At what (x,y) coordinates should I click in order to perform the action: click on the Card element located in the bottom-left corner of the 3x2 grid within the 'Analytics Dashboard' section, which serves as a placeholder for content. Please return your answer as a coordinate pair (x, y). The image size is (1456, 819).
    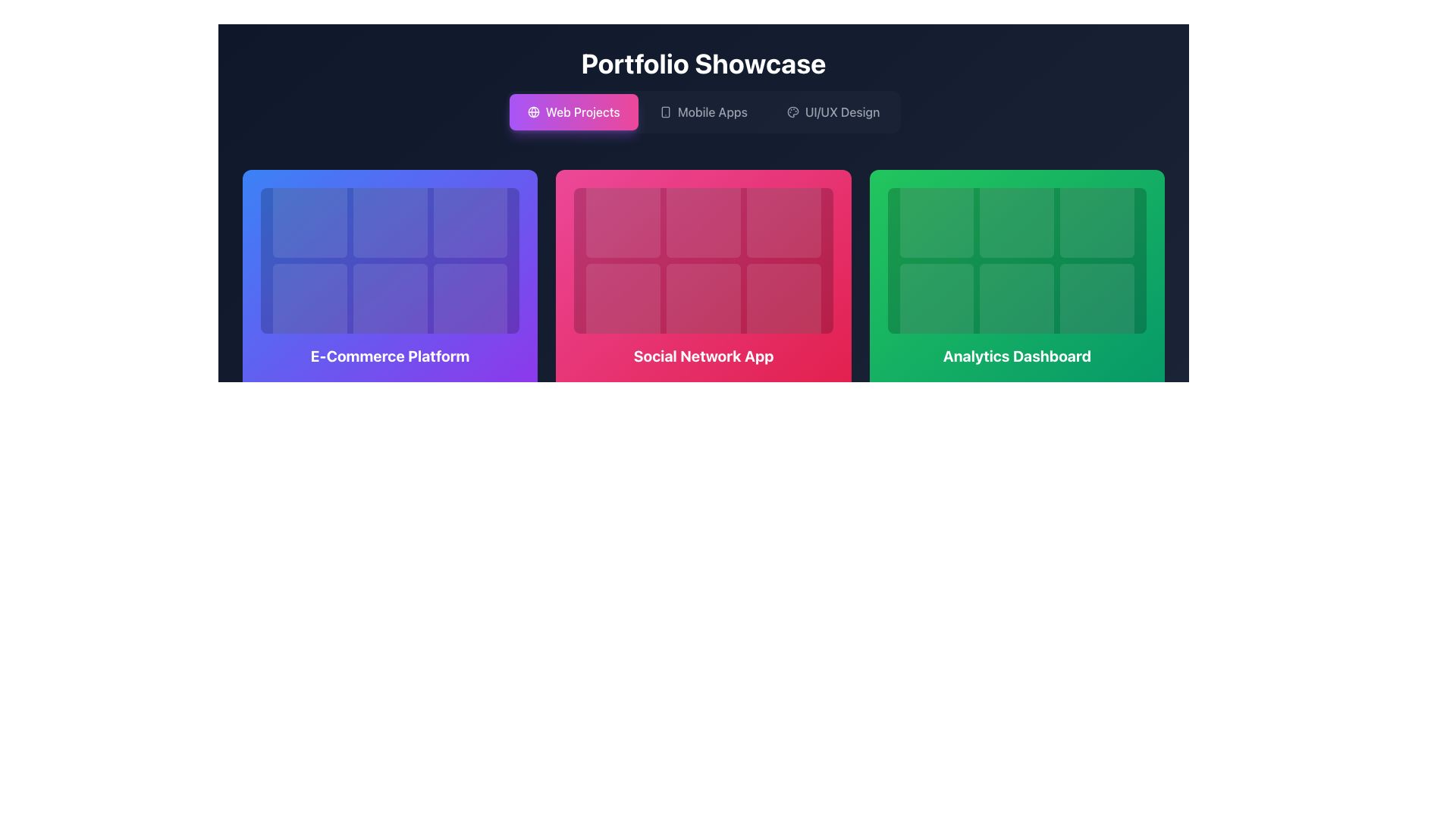
    Looking at the image, I should click on (936, 300).